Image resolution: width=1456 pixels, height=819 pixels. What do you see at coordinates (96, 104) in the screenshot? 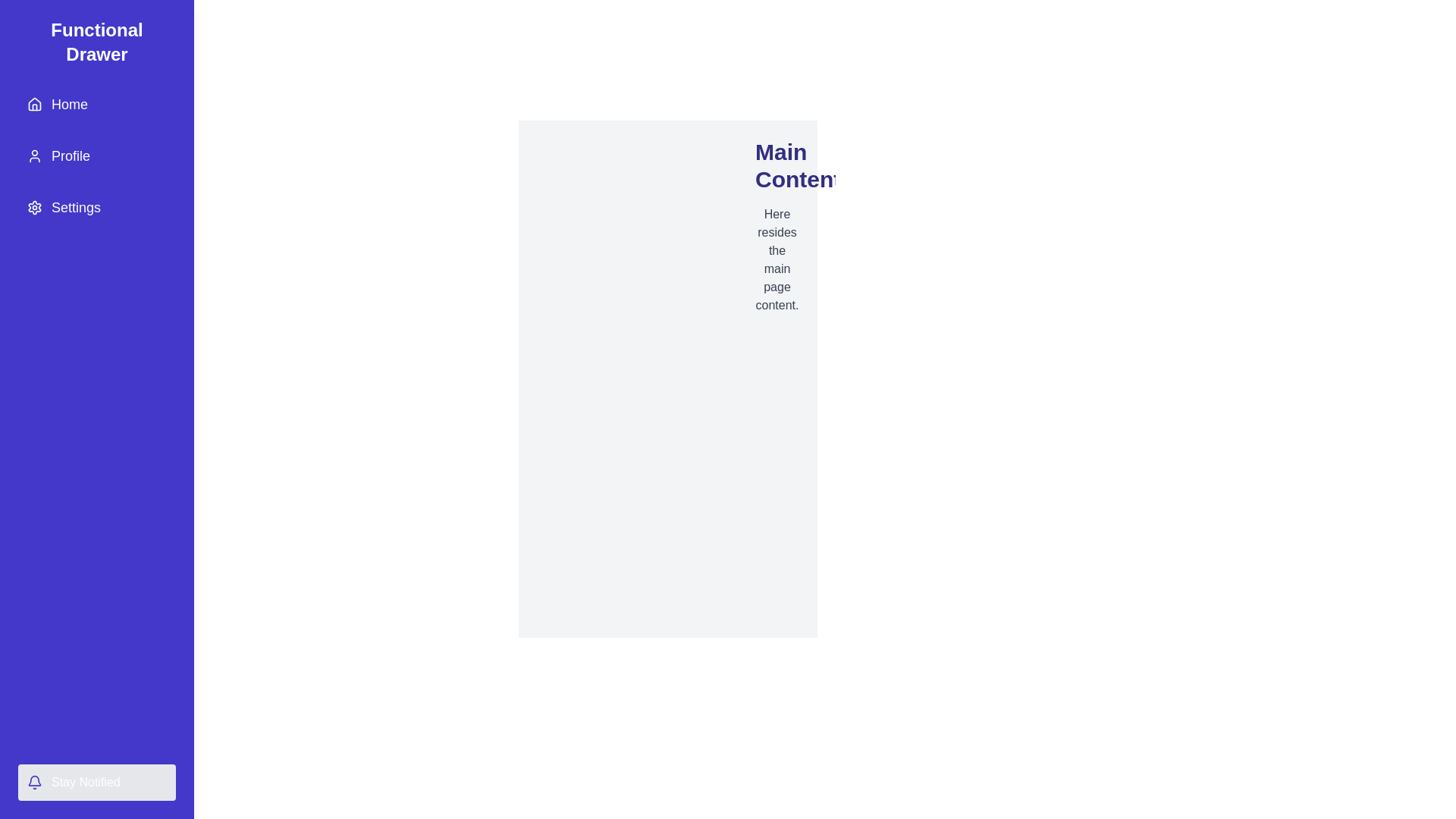
I see `the menu item Home to navigate` at bounding box center [96, 104].